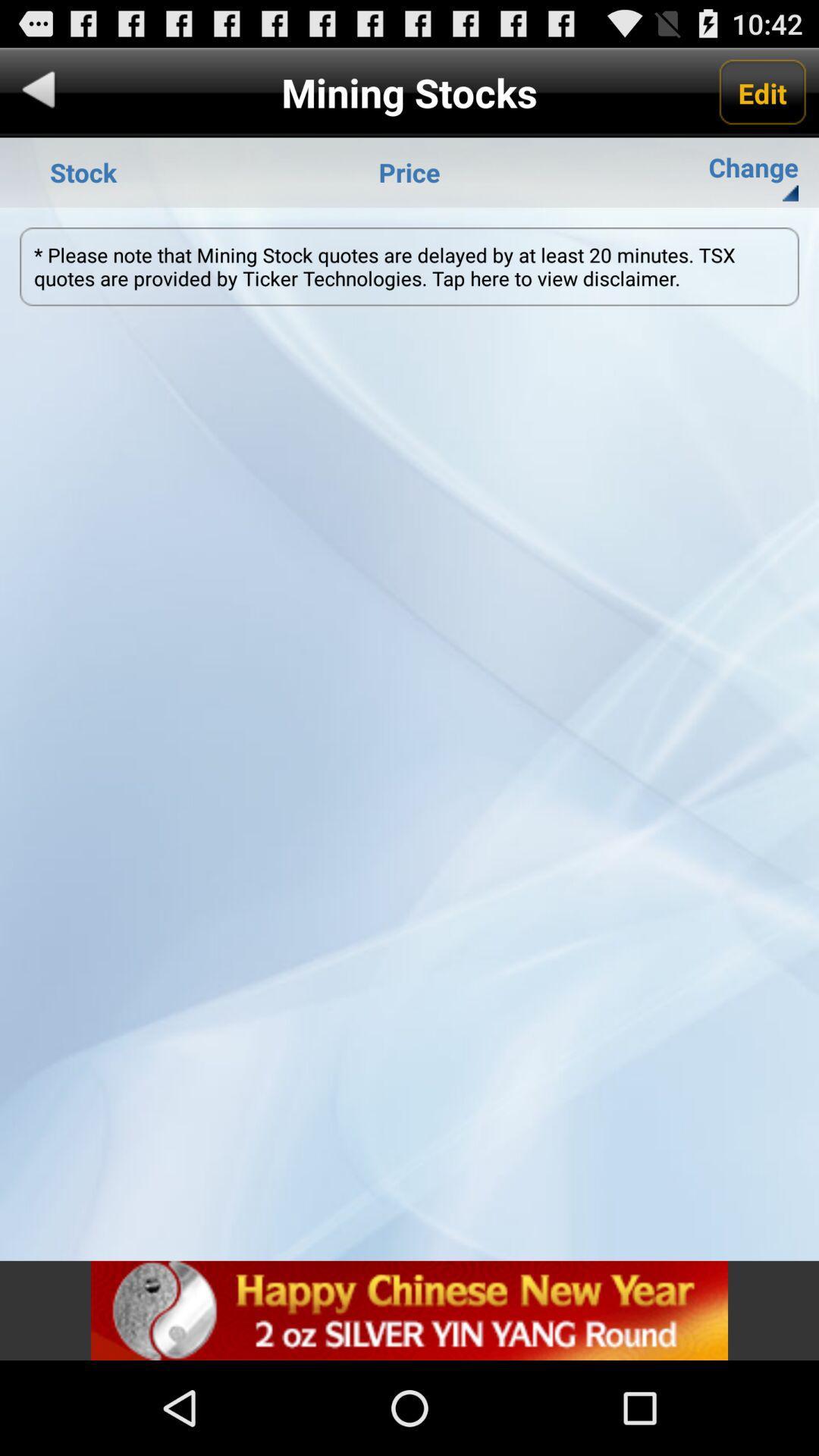 The height and width of the screenshot is (1456, 819). I want to click on for advertisement, so click(409, 1310).